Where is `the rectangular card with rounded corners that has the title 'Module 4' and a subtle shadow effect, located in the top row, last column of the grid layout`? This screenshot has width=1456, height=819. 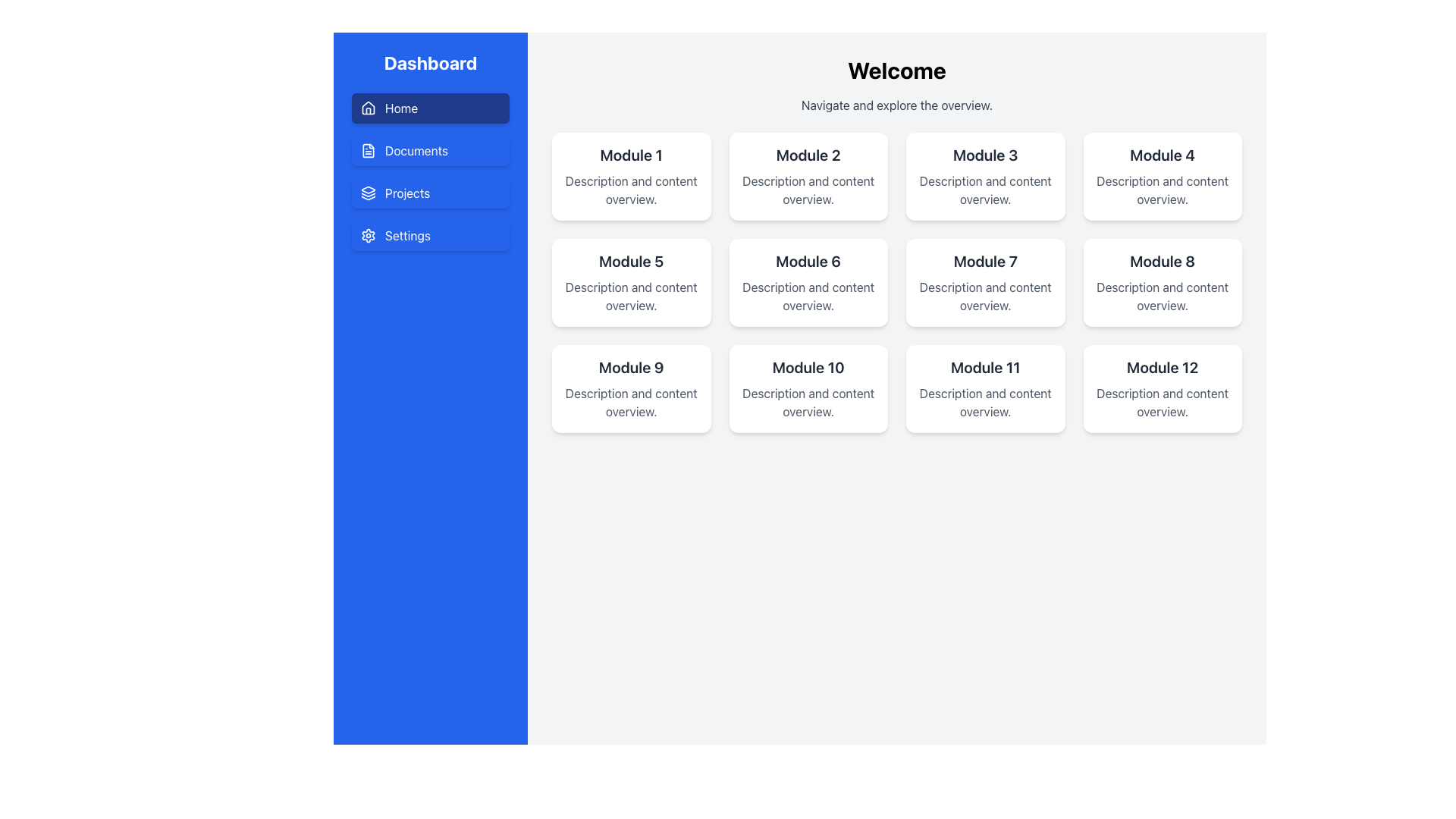
the rectangular card with rounded corners that has the title 'Module 4' and a subtle shadow effect, located in the top row, last column of the grid layout is located at coordinates (1162, 175).